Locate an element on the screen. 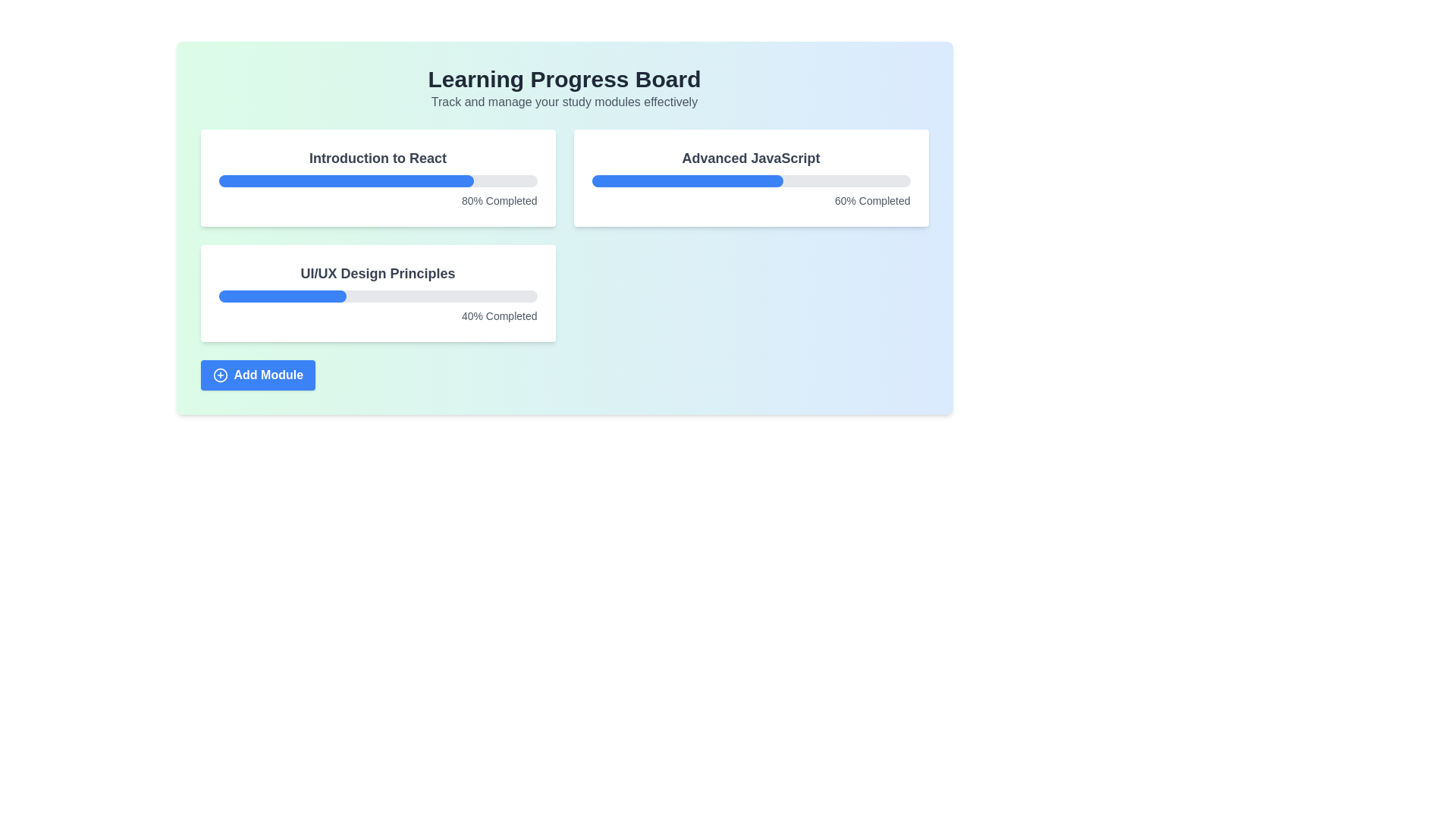 The width and height of the screenshot is (1456, 819). the circular icon element that represents adding or creating a new item, located to the left of the text labeled 'Add Module' at the bottom left corner of the interface is located at coordinates (219, 375).